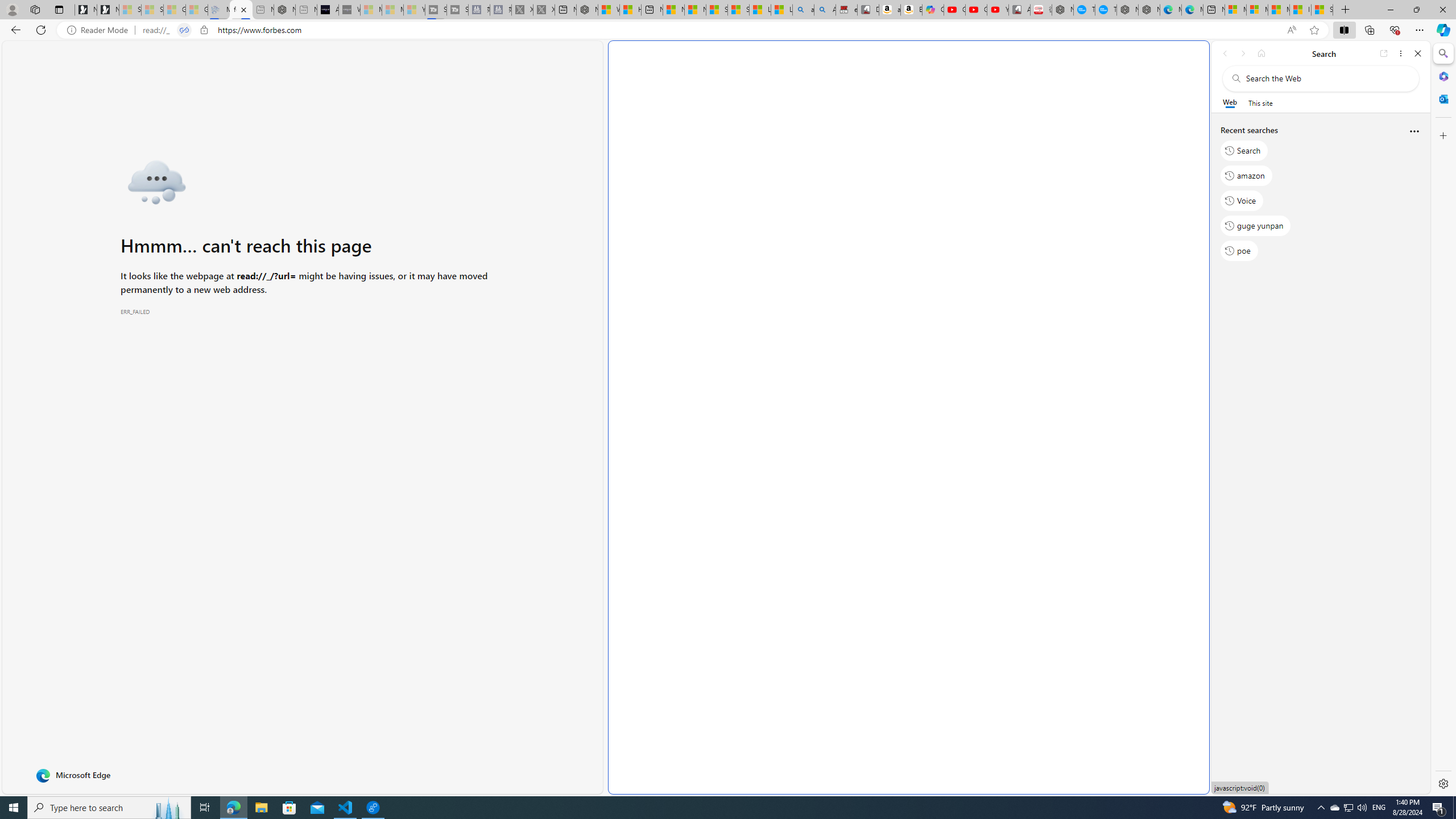 Image resolution: width=1456 pixels, height=819 pixels. Describe the element at coordinates (890, 9) in the screenshot. I see `'amazon.in/dp/B0CX59H5W7/?tag=gsmcom05-21'` at that location.